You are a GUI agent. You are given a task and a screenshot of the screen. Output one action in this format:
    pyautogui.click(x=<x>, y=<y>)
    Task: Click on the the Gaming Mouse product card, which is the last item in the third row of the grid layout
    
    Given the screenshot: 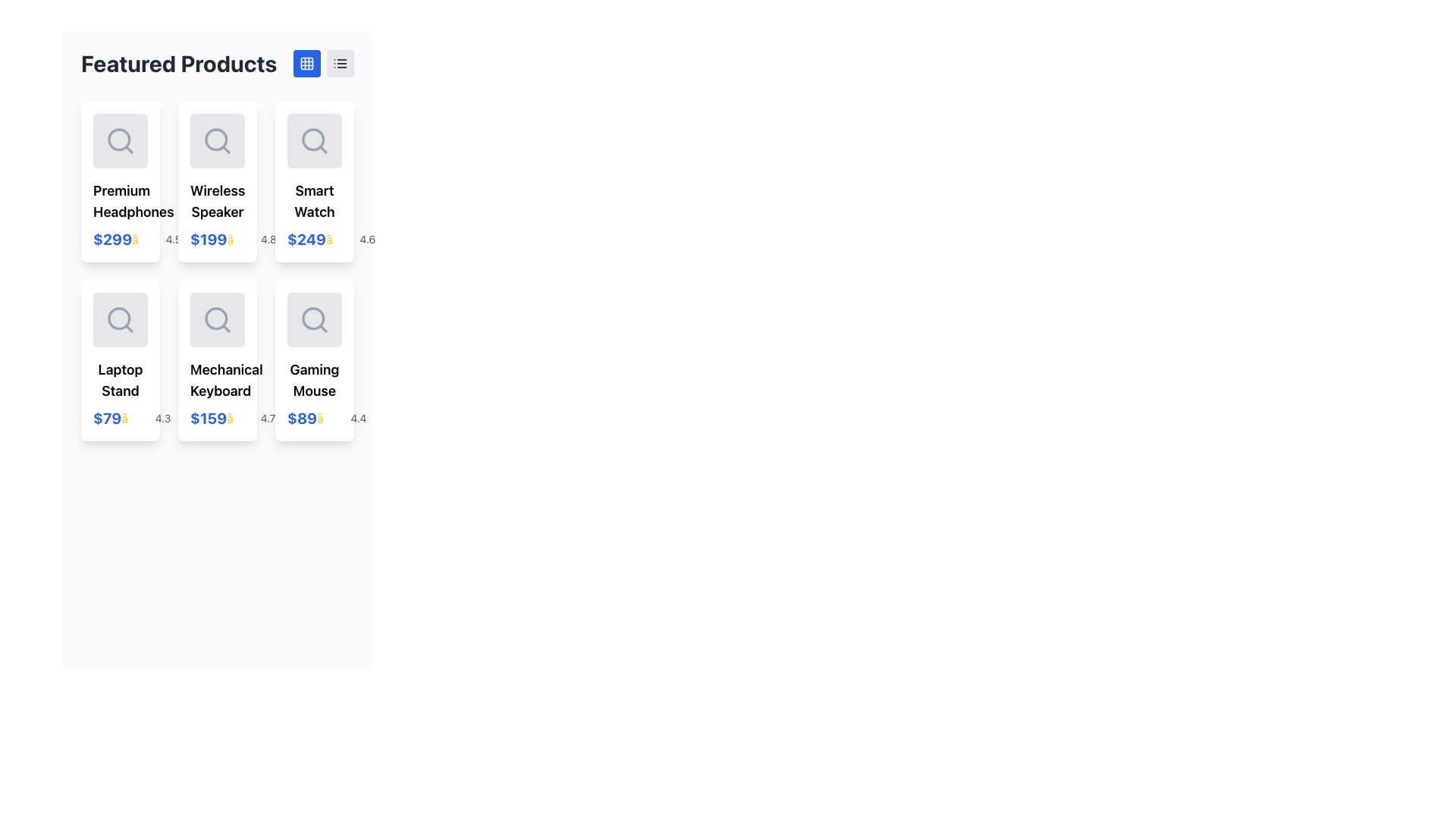 What is the action you would take?
    pyautogui.click(x=313, y=360)
    